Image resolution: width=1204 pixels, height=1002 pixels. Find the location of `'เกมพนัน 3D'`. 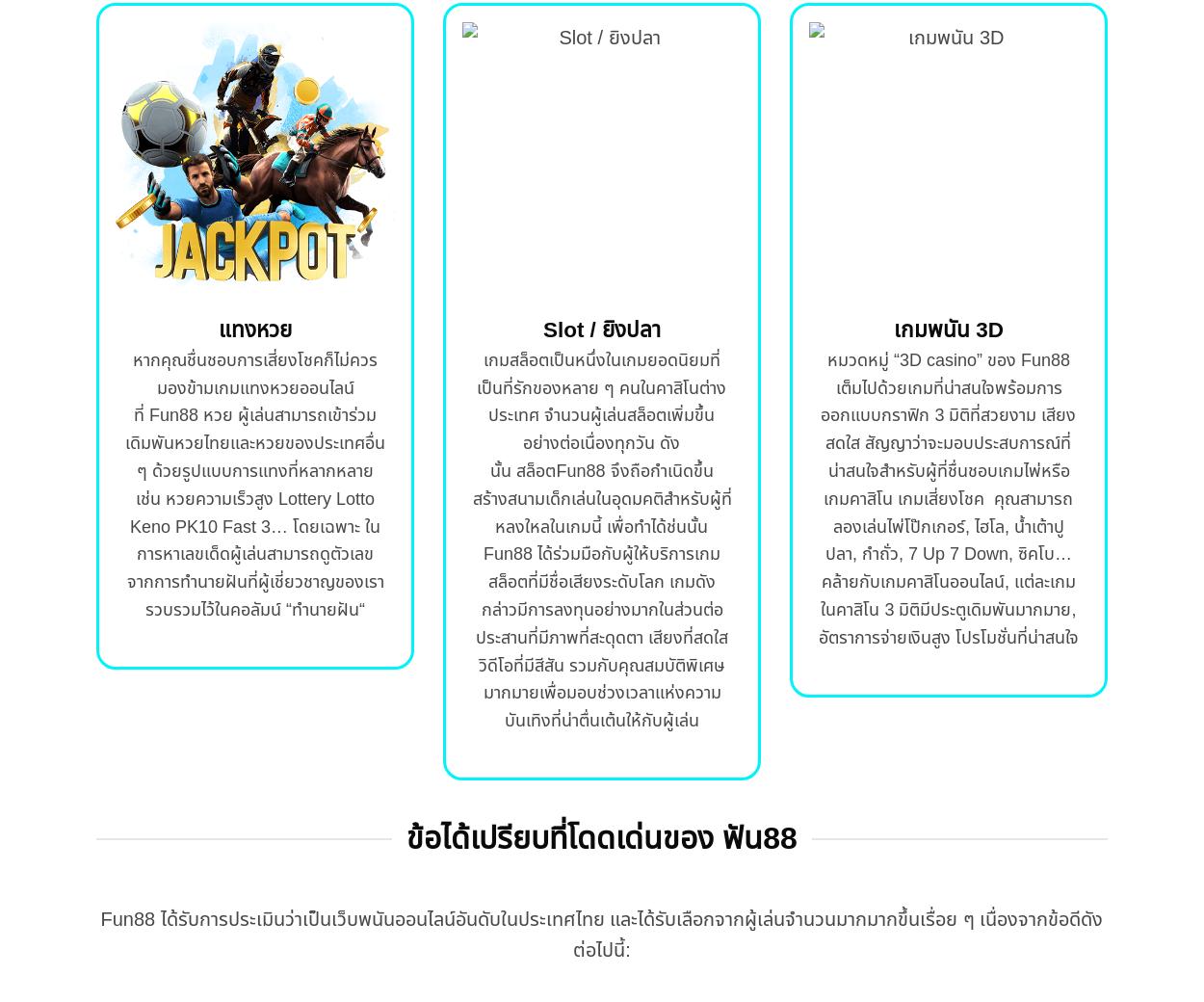

'เกมพนัน 3D' is located at coordinates (947, 329).